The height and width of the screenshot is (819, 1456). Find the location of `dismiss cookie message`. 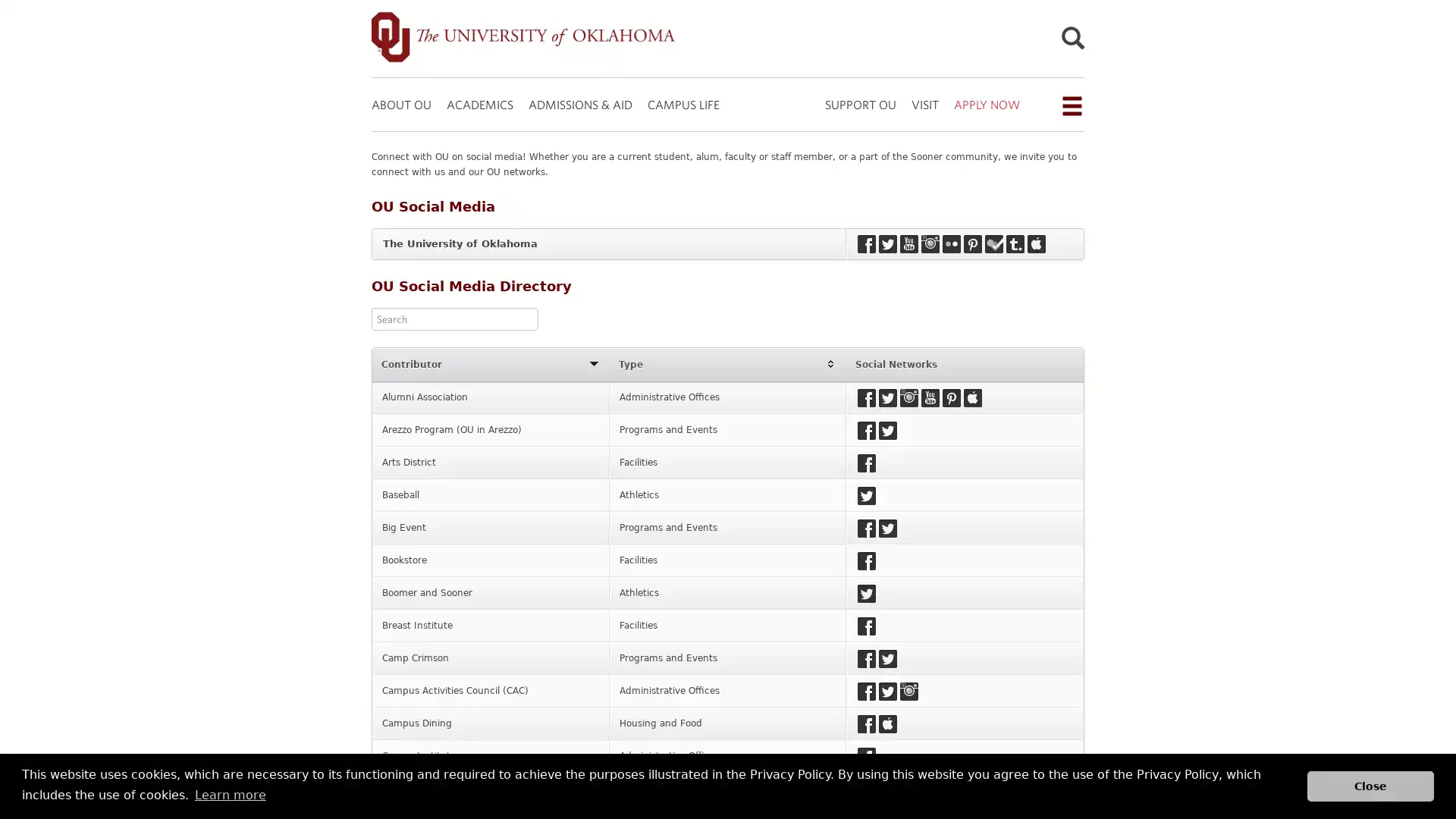

dismiss cookie message is located at coordinates (1370, 785).